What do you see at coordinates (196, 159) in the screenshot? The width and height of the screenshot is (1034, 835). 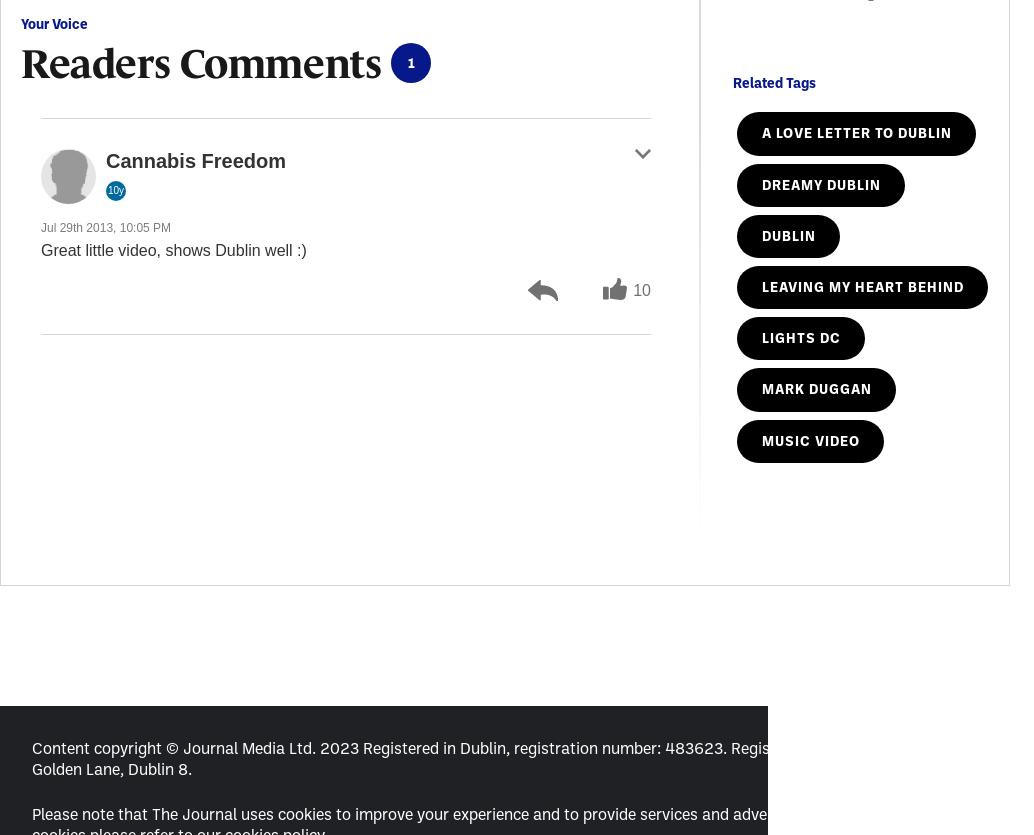 I see `'Cannabis Freedom'` at bounding box center [196, 159].